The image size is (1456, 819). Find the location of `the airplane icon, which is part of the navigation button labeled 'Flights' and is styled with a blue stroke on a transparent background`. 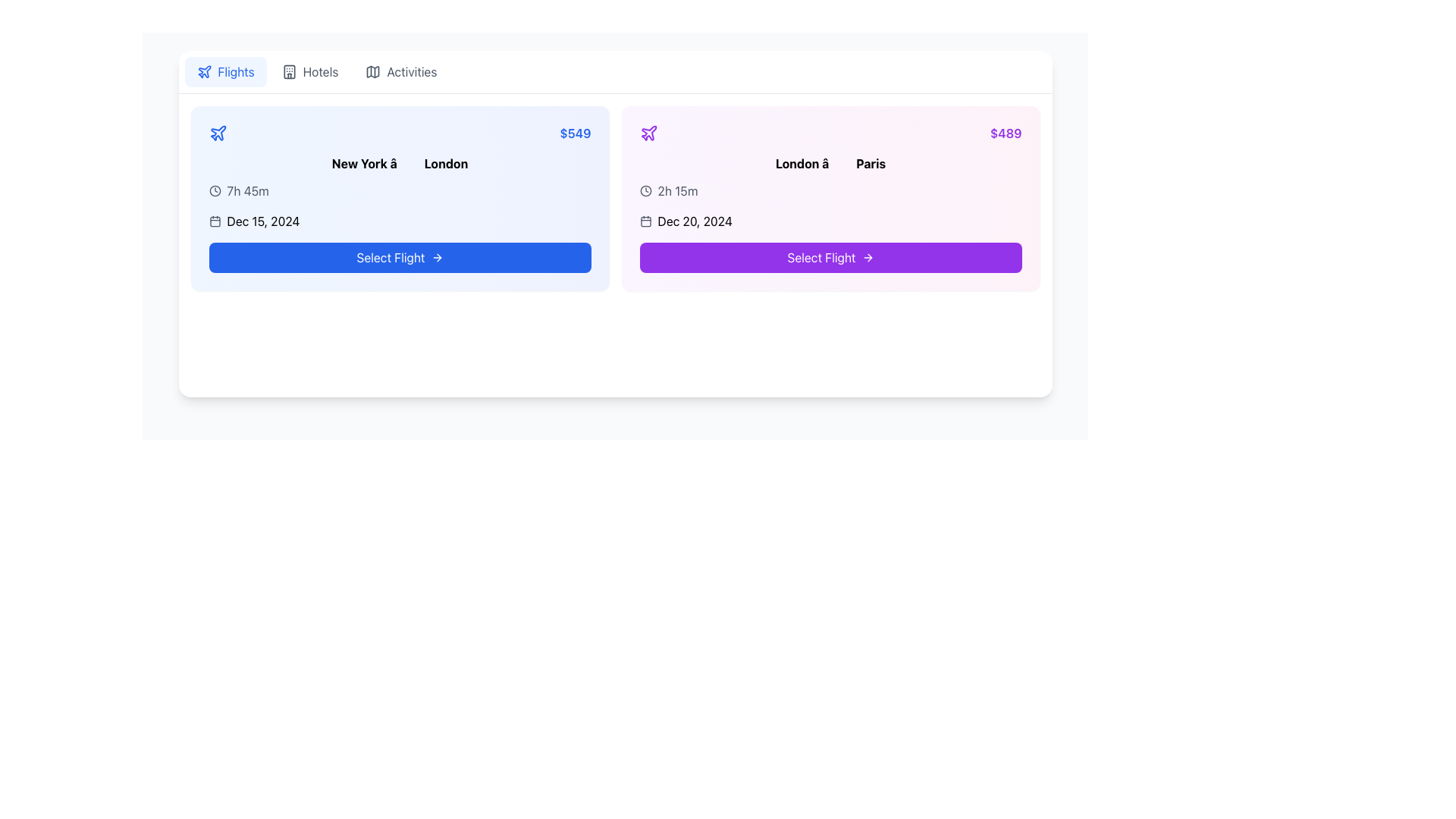

the airplane icon, which is part of the navigation button labeled 'Flights' and is styled with a blue stroke on a transparent background is located at coordinates (203, 72).